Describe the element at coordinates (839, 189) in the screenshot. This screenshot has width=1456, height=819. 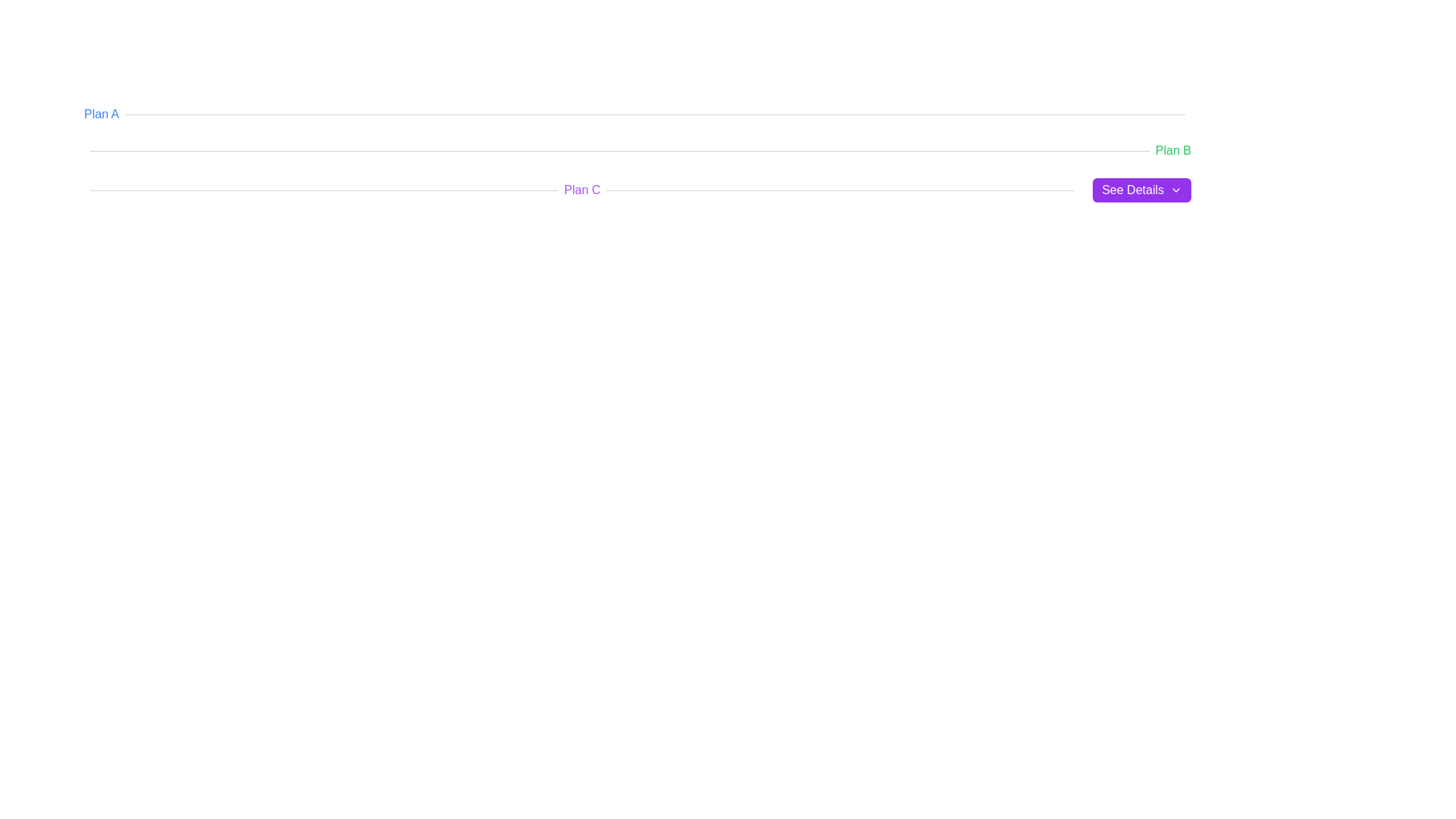
I see `the decorative horizontal rule positioned under the 'Plan C' section and to the left of the 'See Details' button` at that location.